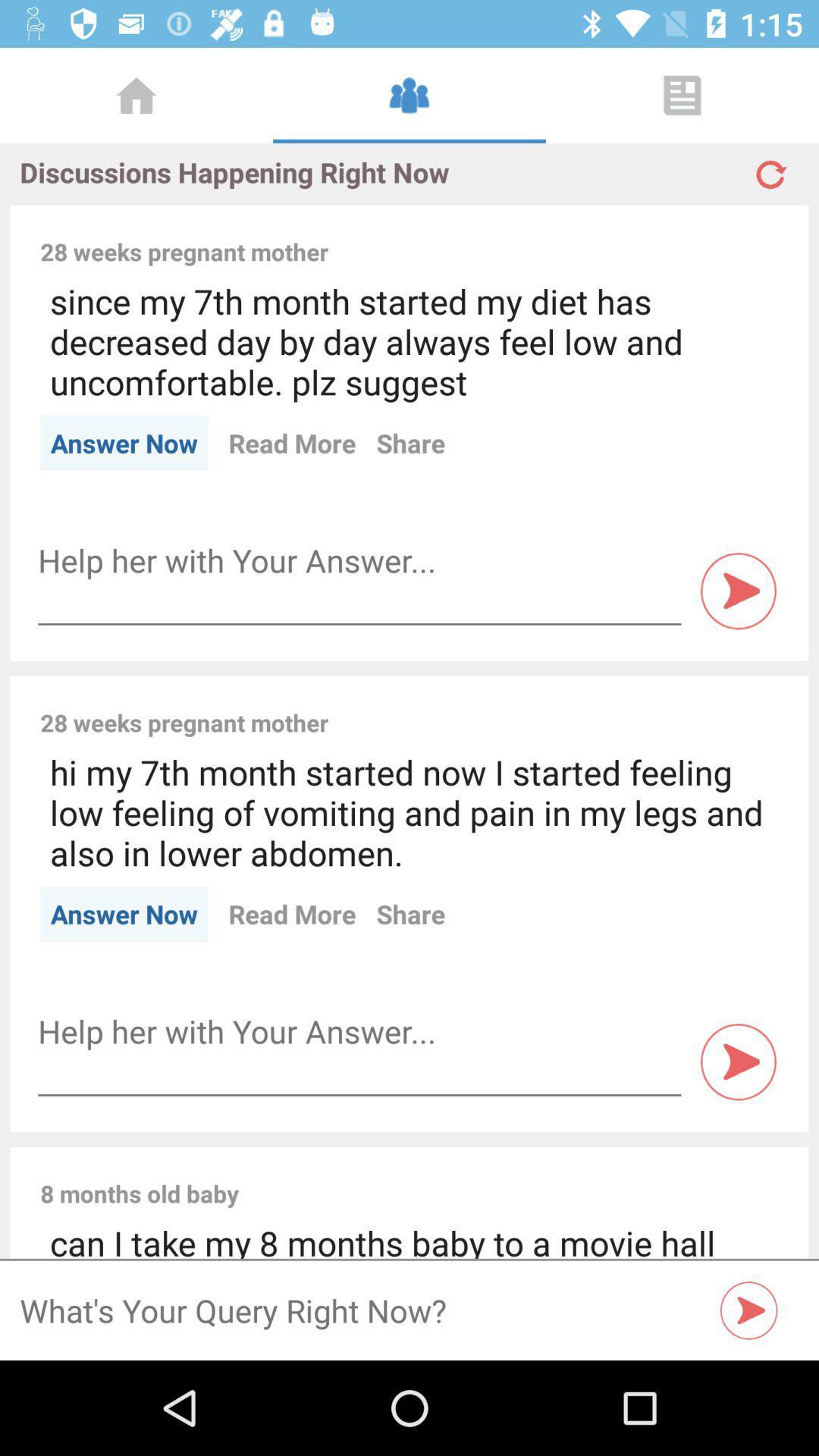 The image size is (819, 1456). What do you see at coordinates (563, 705) in the screenshot?
I see `item to the right of 28 weeks pregnant icon` at bounding box center [563, 705].